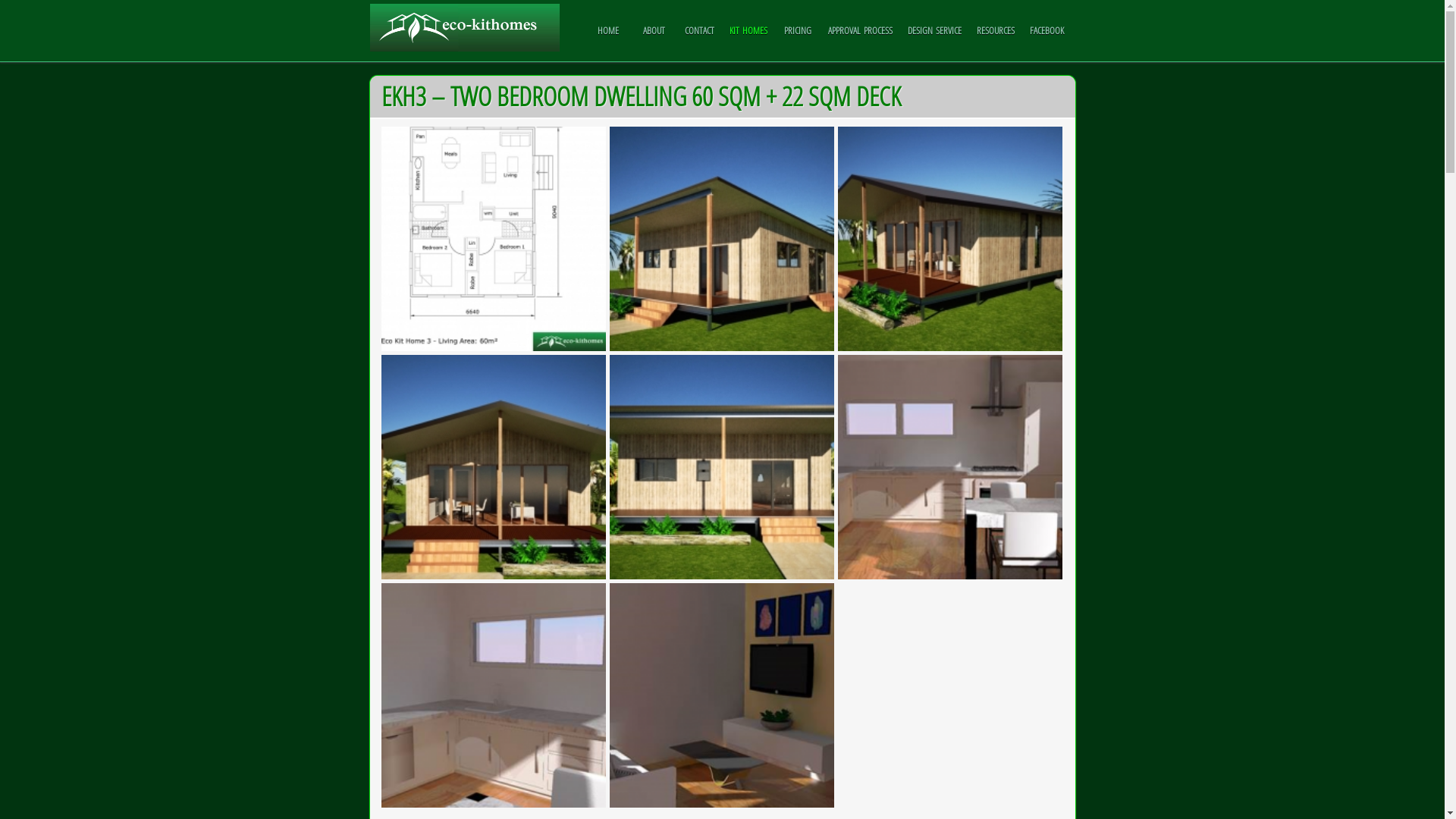 This screenshot has height=819, width=1456. Describe the element at coordinates (1046, 30) in the screenshot. I see `'FACEBOOK'` at that location.